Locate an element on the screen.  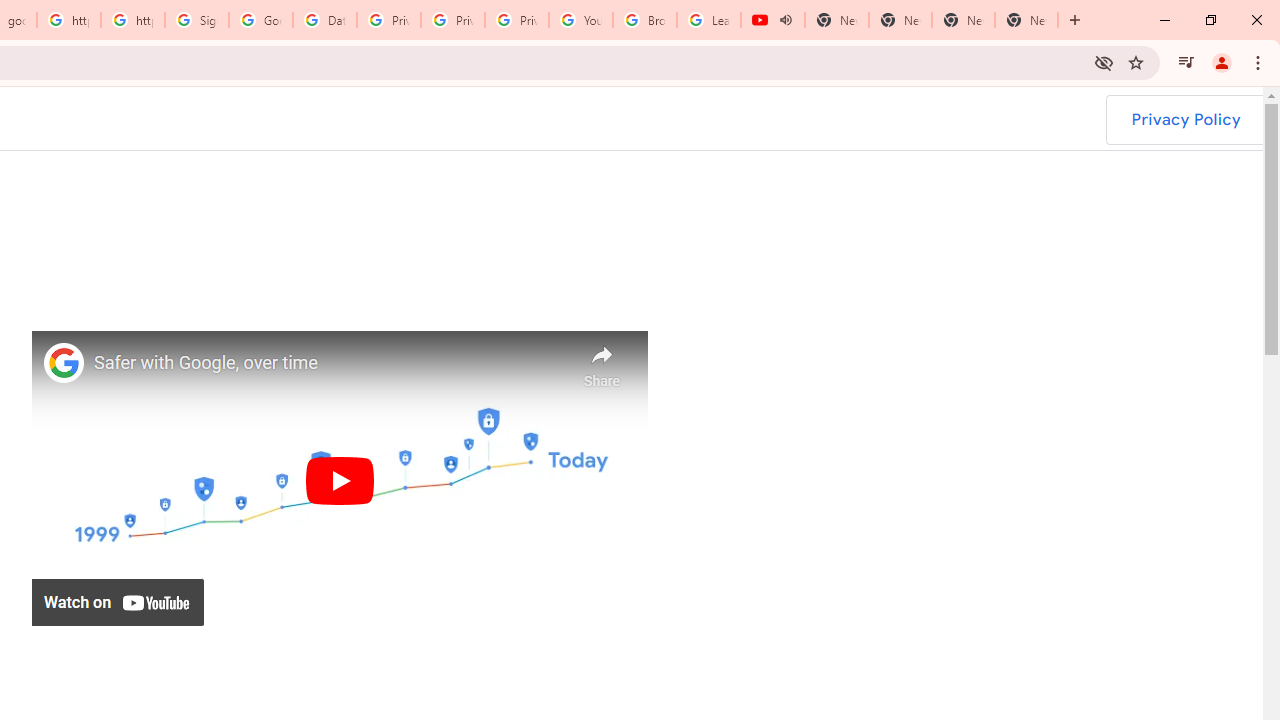
'Play' is located at coordinates (339, 480).